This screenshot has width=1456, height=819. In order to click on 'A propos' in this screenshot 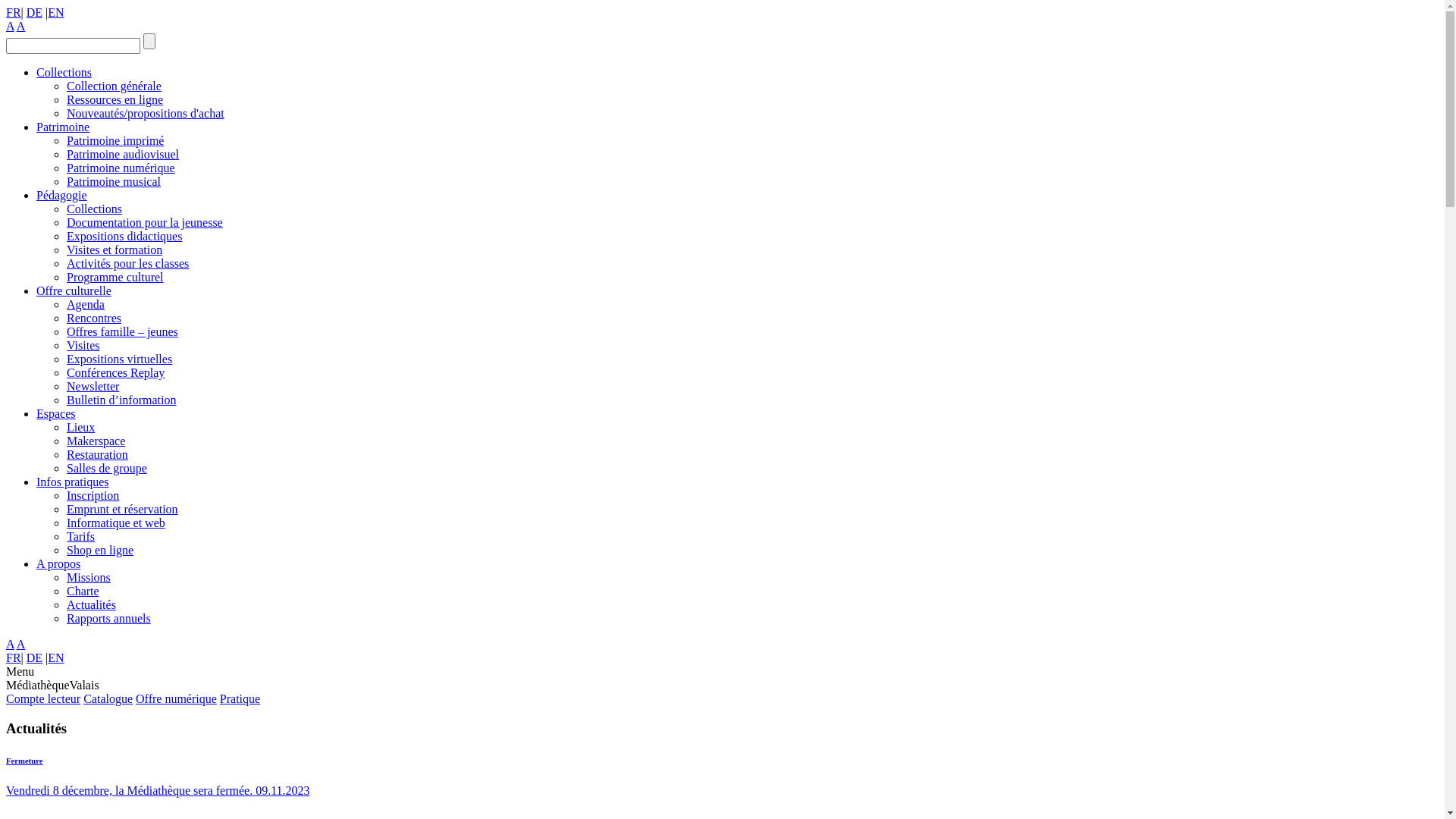, I will do `click(58, 563)`.